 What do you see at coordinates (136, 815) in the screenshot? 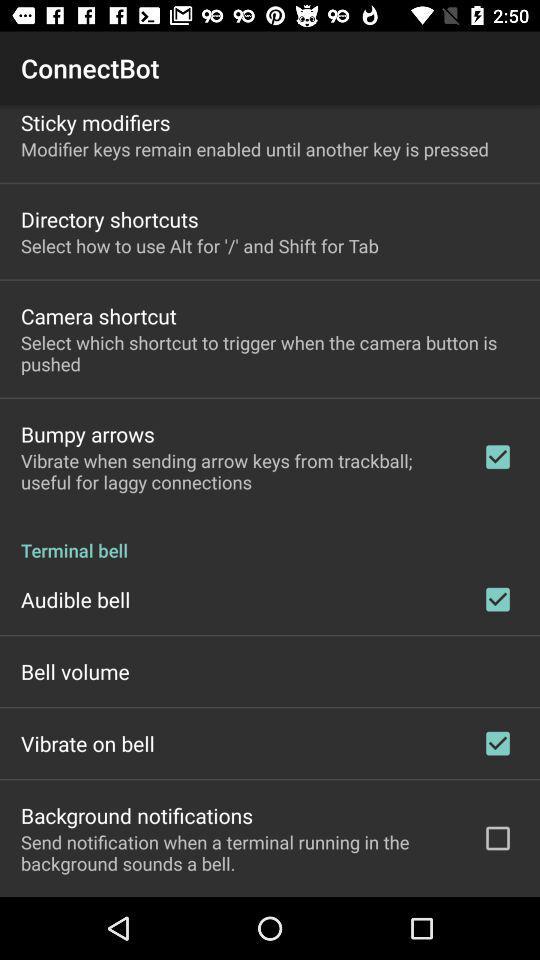
I see `the background notifications item` at bounding box center [136, 815].